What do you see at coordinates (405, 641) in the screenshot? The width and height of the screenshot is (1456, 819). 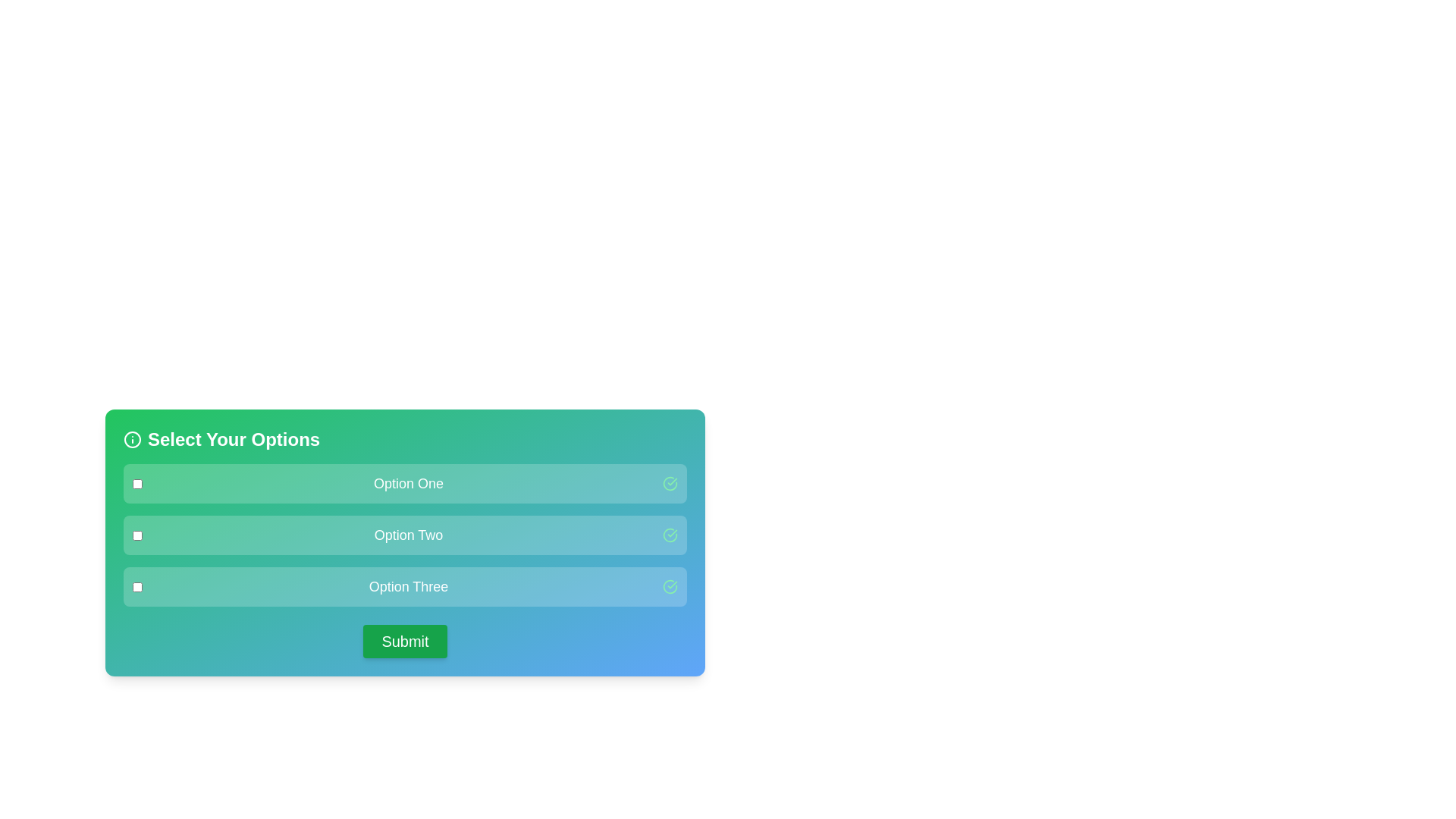 I see `the 'Submit' button to submit the selected options` at bounding box center [405, 641].